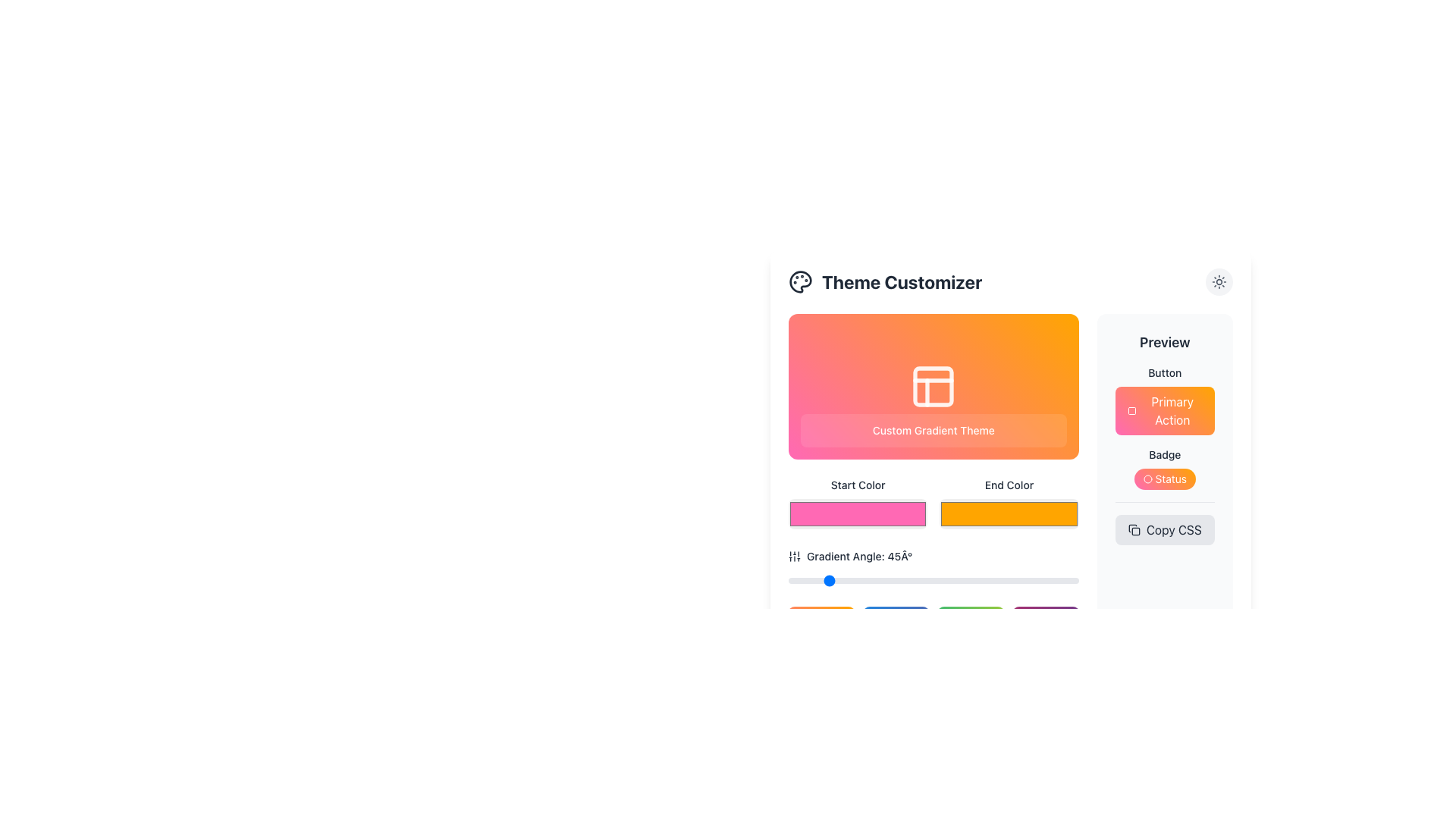 The height and width of the screenshot is (819, 1456). I want to click on the gradient angle slider, so click(1034, 580).